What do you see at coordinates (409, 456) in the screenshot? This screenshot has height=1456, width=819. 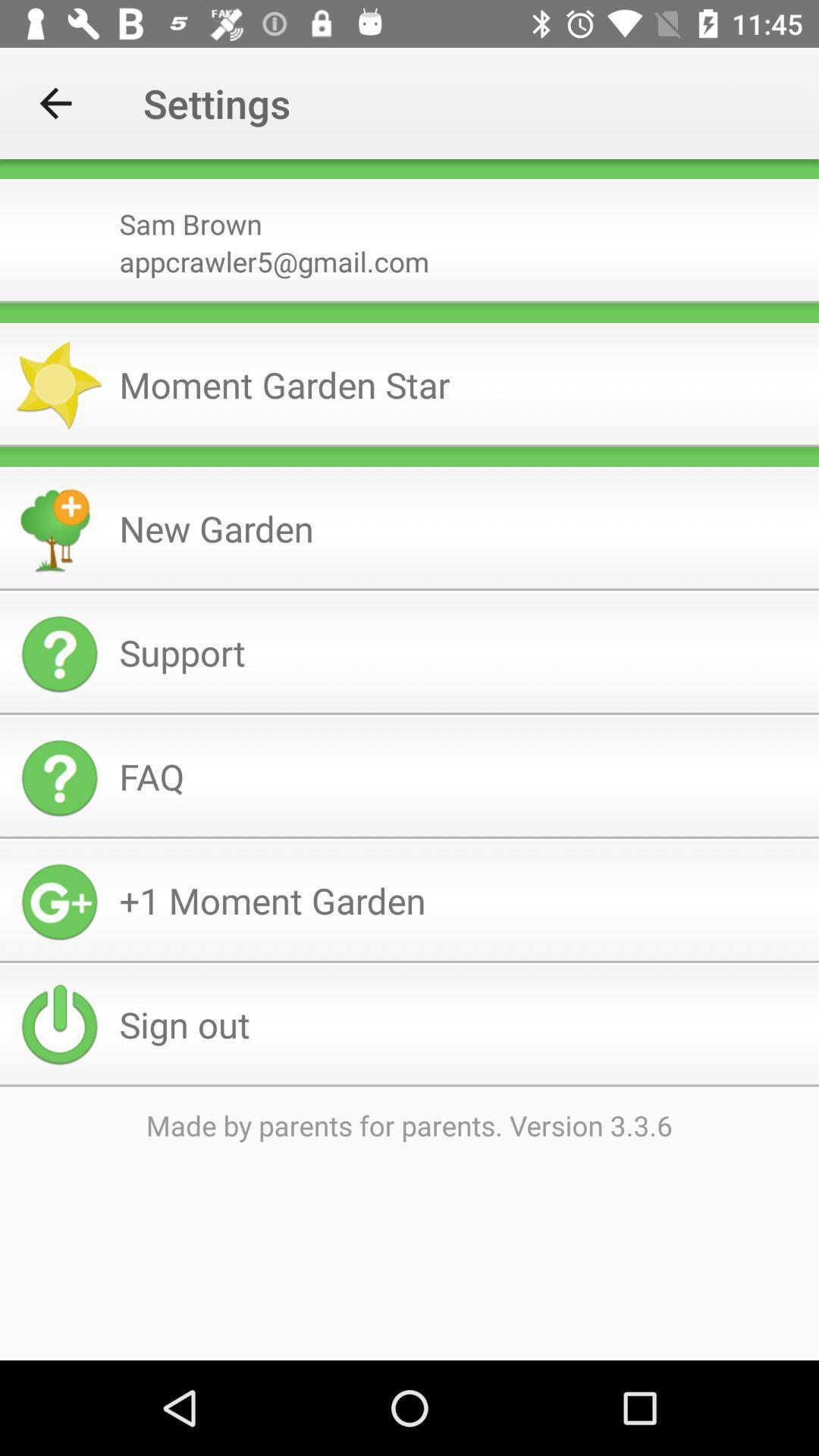 I see `item` at bounding box center [409, 456].